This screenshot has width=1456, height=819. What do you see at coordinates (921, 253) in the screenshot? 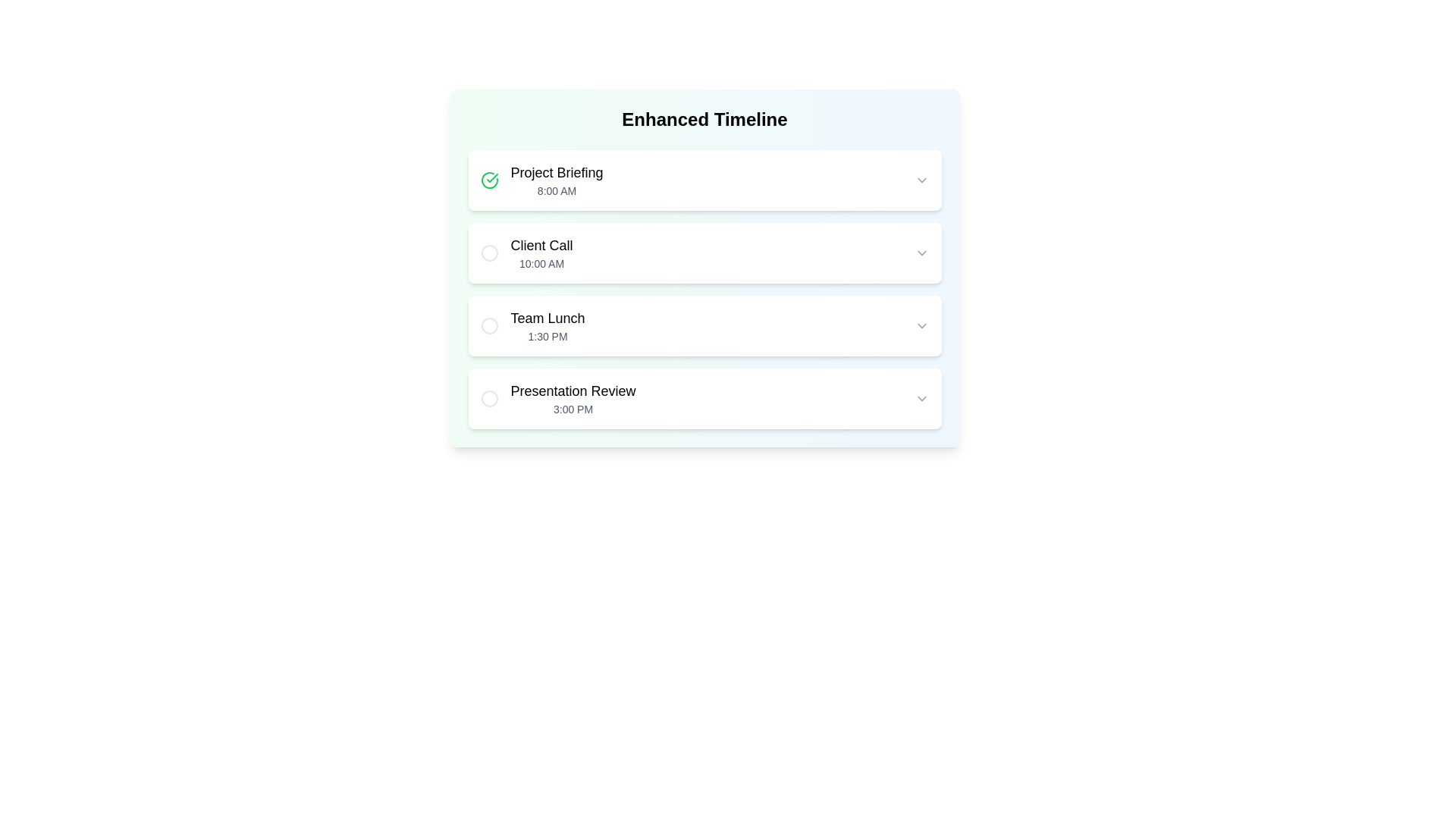
I see `the chevron down icon at the far right end of the 'Client Call' timeline entry` at bounding box center [921, 253].